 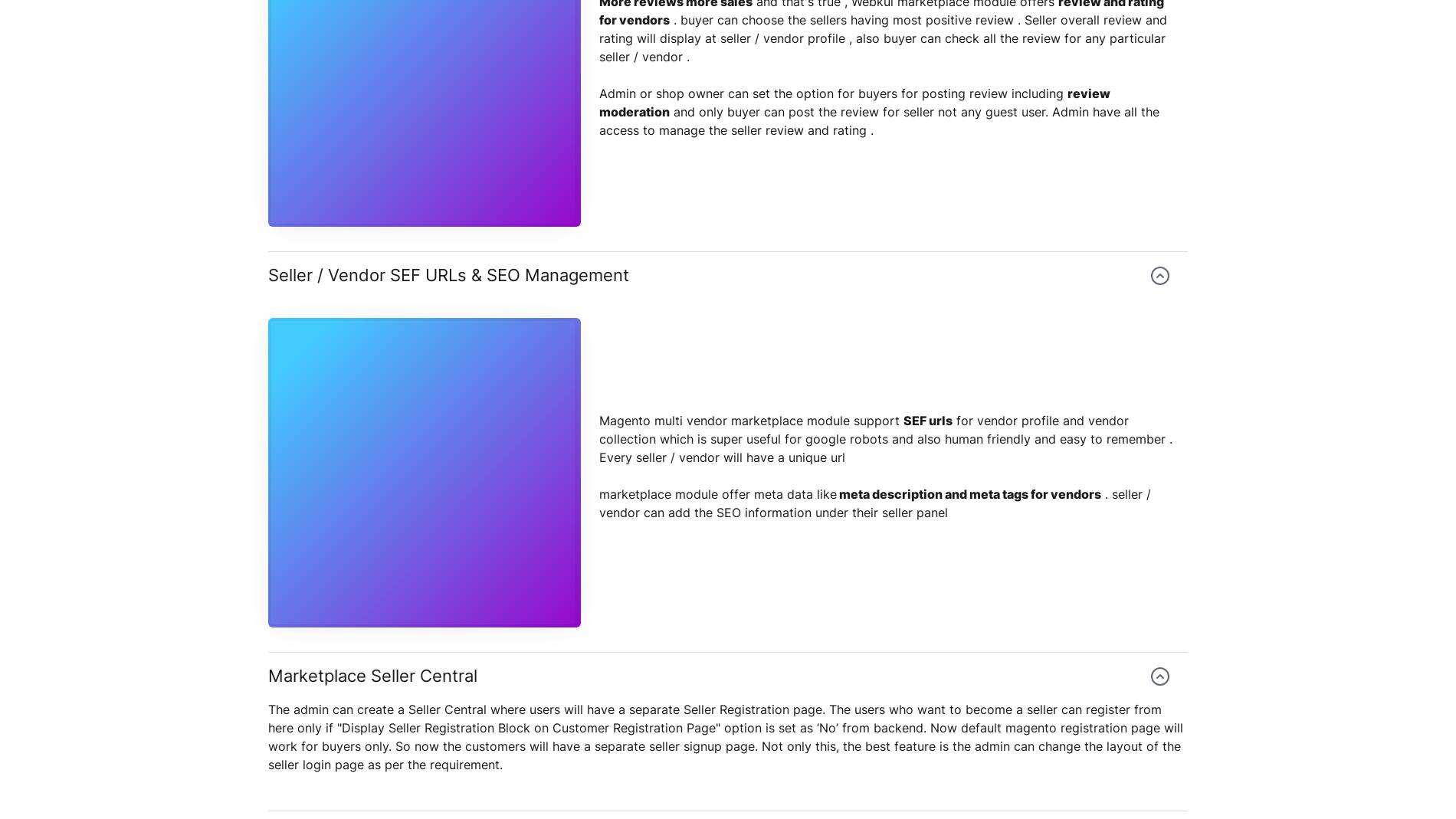 I want to click on 'marketplace module offer meta data like', so click(x=717, y=493).